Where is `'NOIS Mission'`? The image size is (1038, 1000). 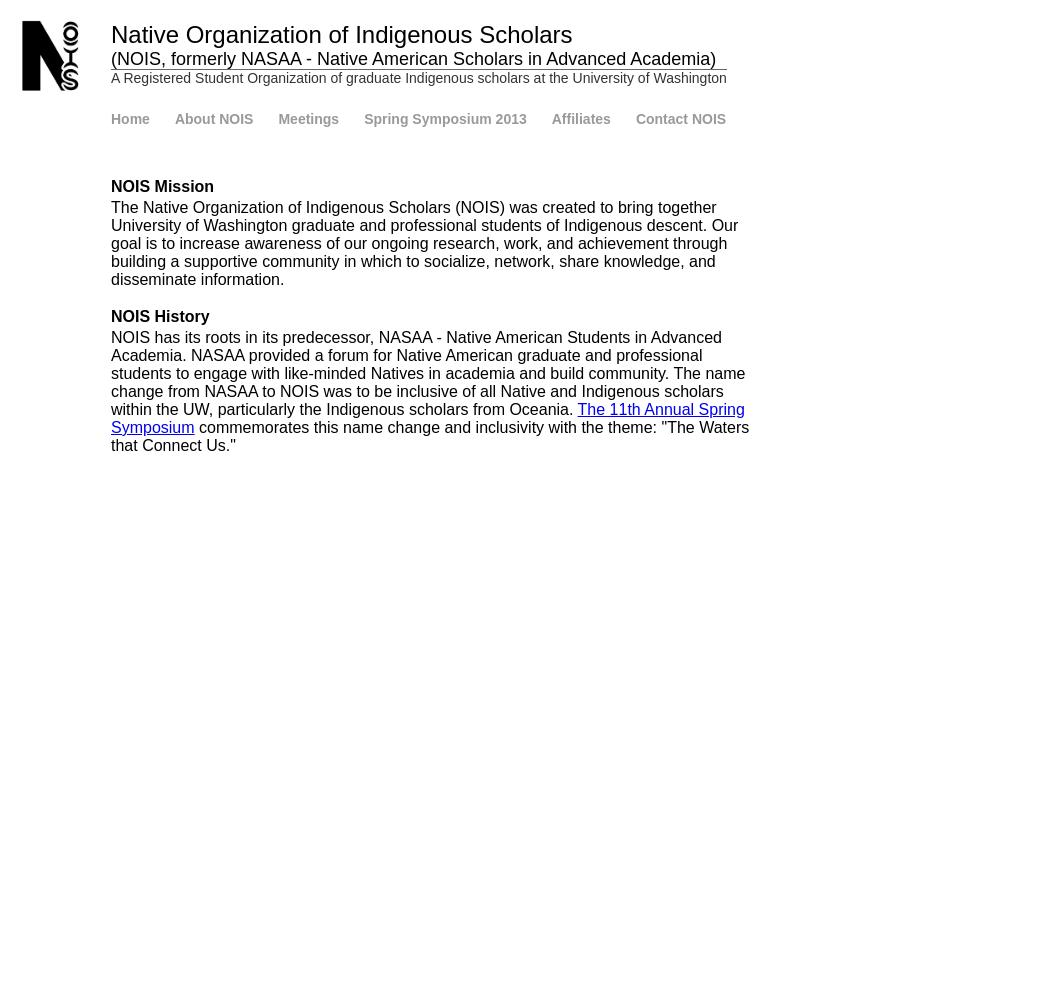 'NOIS Mission' is located at coordinates (161, 186).